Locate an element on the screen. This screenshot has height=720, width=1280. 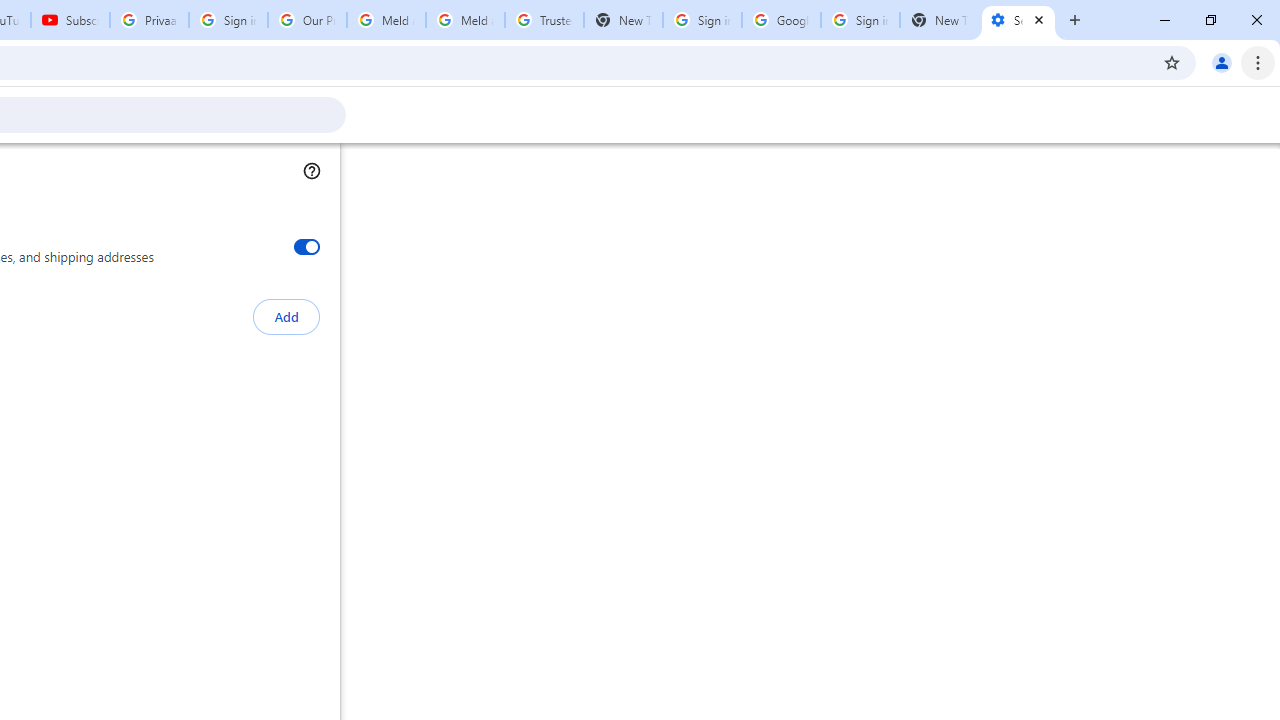
'Google Cybersecurity Innovations - Google Safety Center' is located at coordinates (780, 20).